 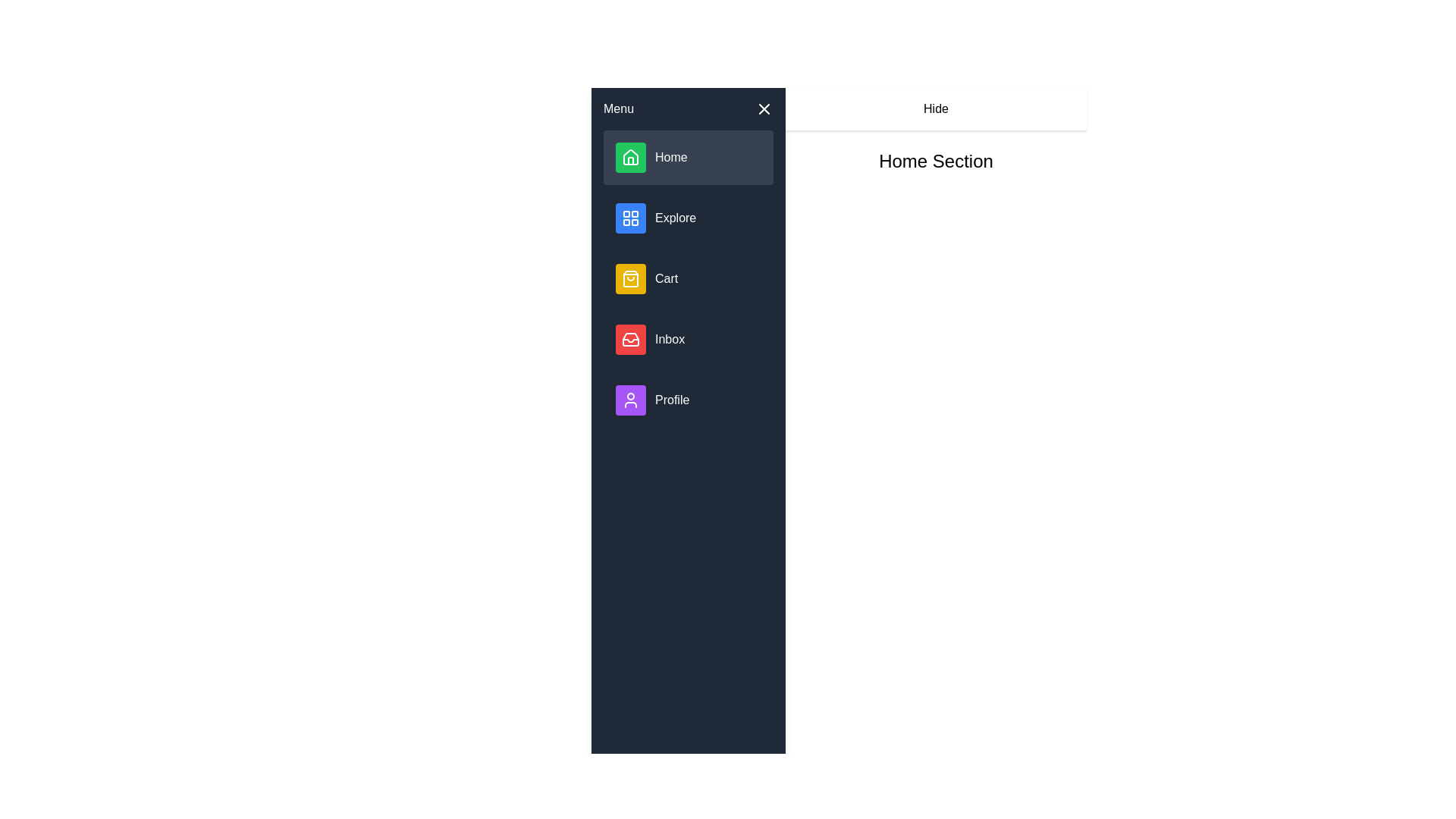 I want to click on the close button icon represented by a diagonal line forming part of an 'X' shape located in the top-right corner of the vertical menu sidebar using available keyboard shortcuts, so click(x=764, y=108).